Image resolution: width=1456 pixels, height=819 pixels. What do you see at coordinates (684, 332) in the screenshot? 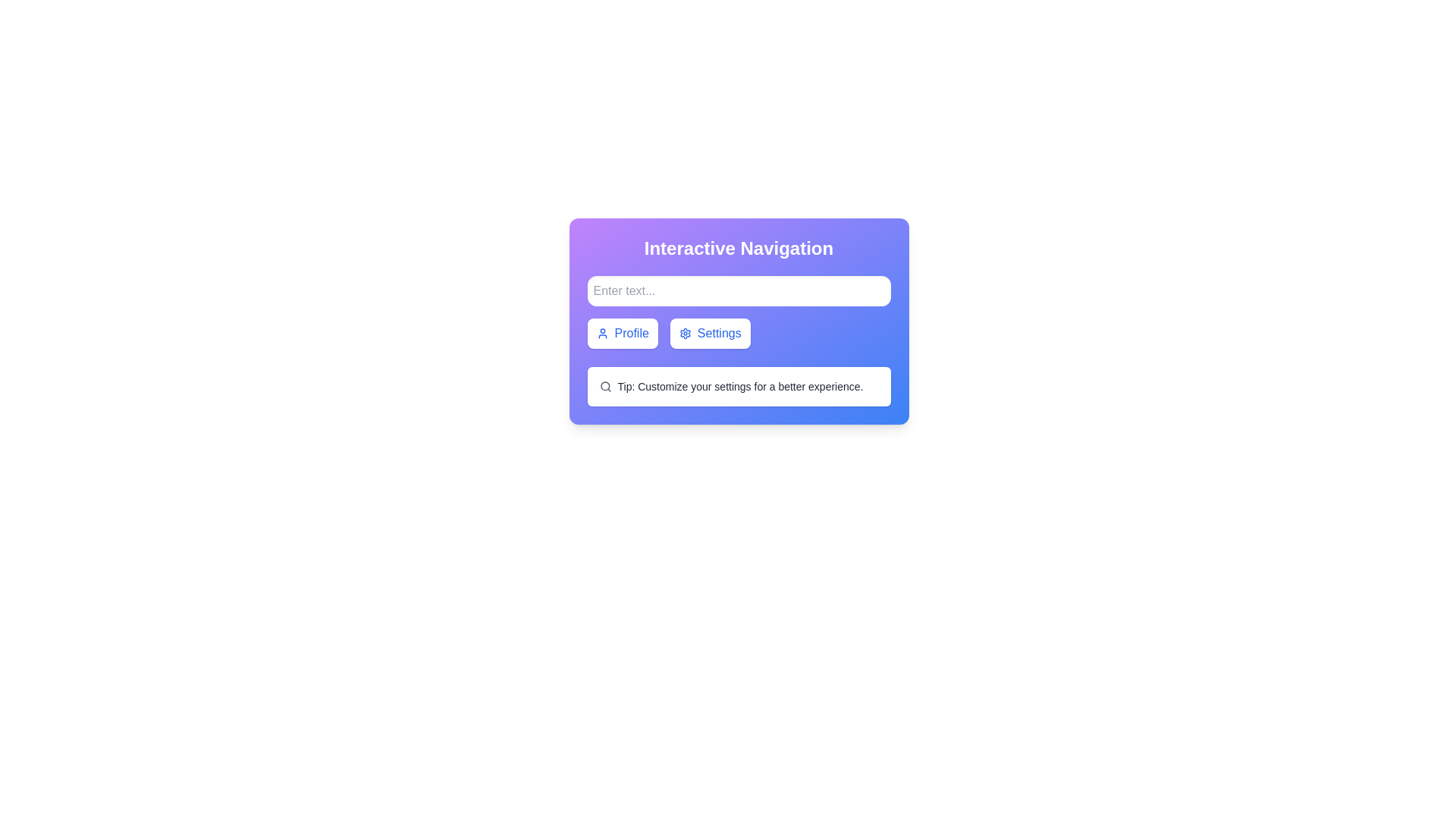
I see `the settings icon, which is the leftmost component of the 'Settings' button, located adjacent to the text label` at bounding box center [684, 332].